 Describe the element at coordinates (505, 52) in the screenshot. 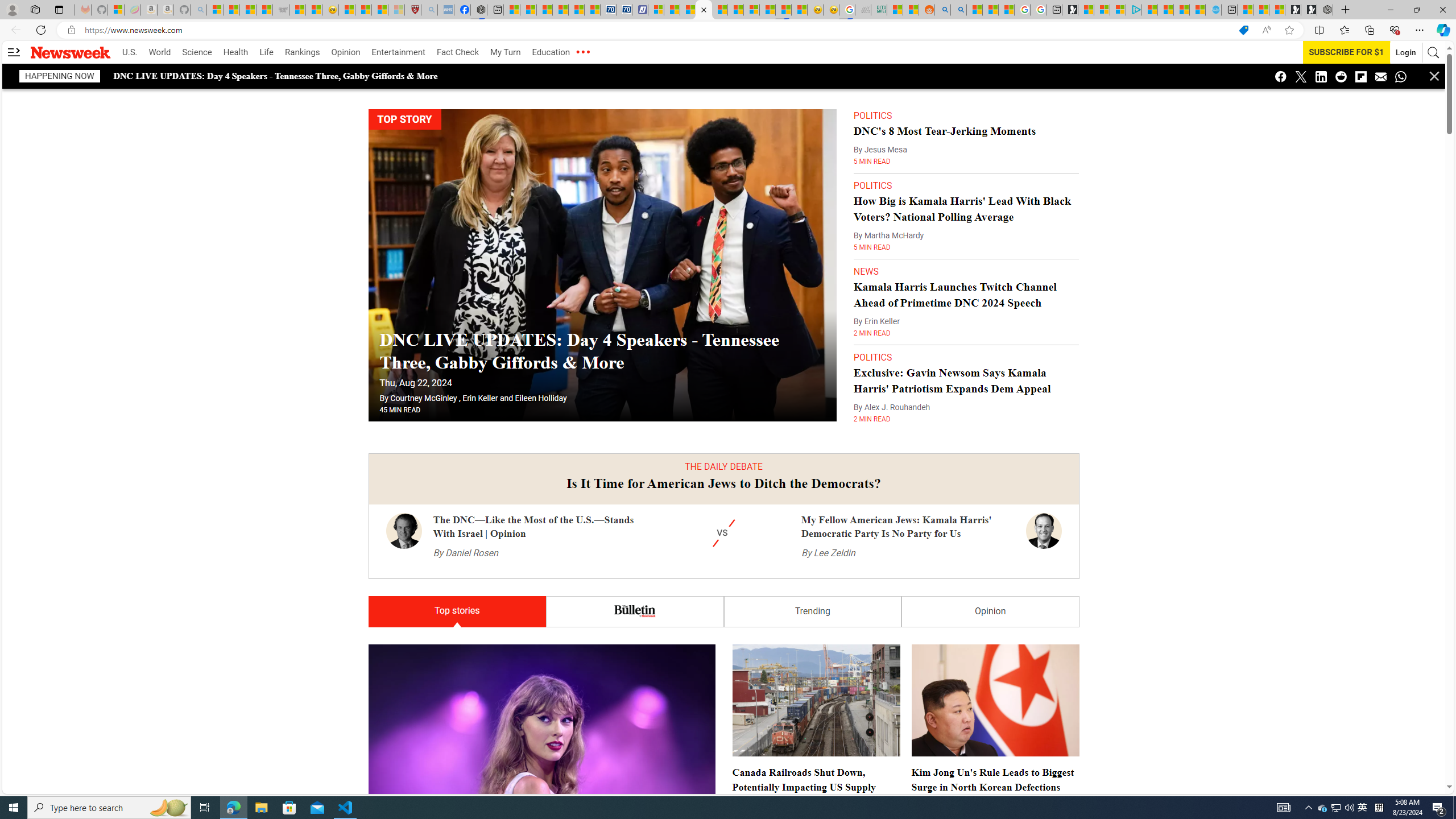

I see `'My Turn'` at that location.